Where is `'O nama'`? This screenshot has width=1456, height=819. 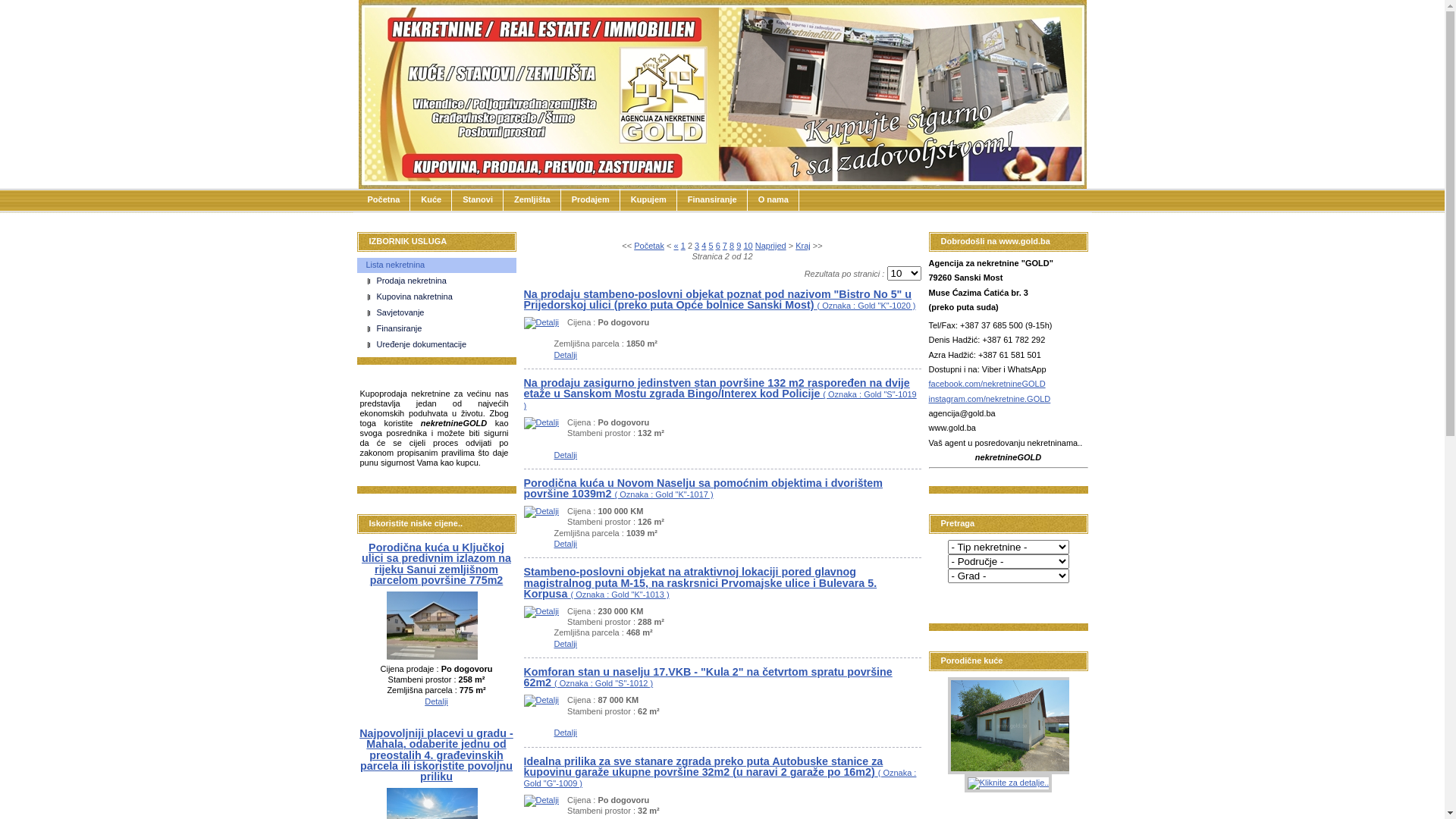
'O nama' is located at coordinates (773, 199).